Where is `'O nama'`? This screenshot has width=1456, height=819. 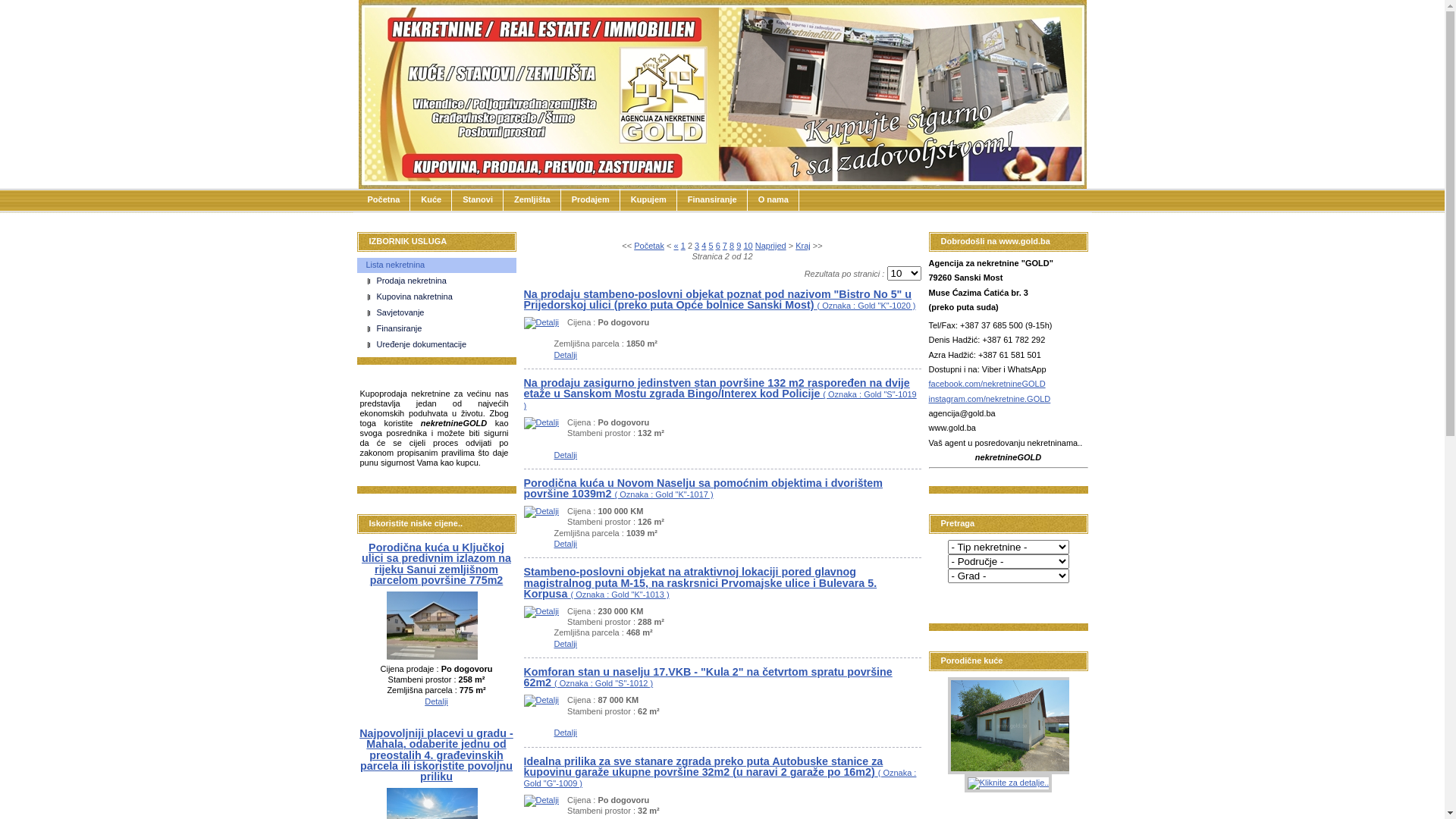
'O nama' is located at coordinates (773, 199).